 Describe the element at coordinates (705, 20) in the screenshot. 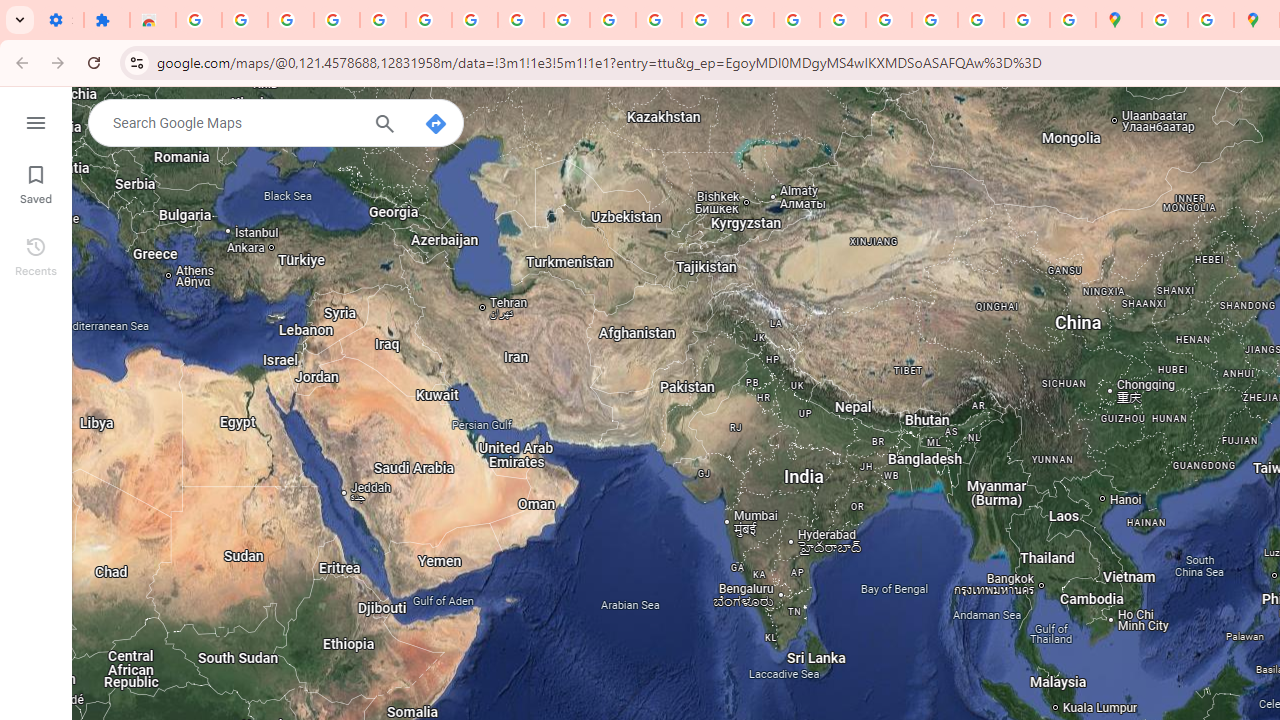

I see `'https://scholar.google.com/'` at that location.